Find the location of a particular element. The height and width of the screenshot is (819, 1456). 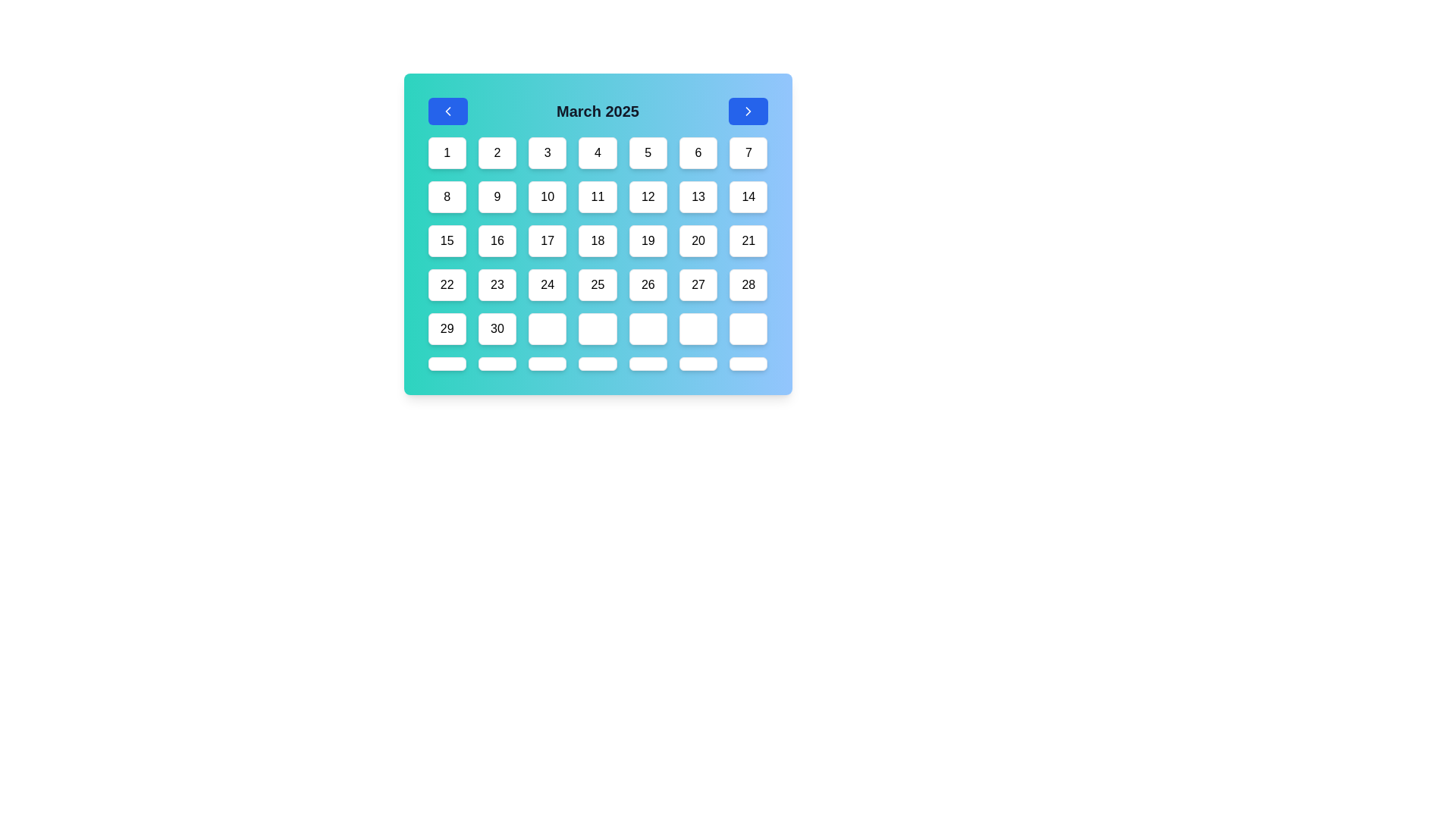

the calendar day cell displaying the number '18' is located at coordinates (597, 253).